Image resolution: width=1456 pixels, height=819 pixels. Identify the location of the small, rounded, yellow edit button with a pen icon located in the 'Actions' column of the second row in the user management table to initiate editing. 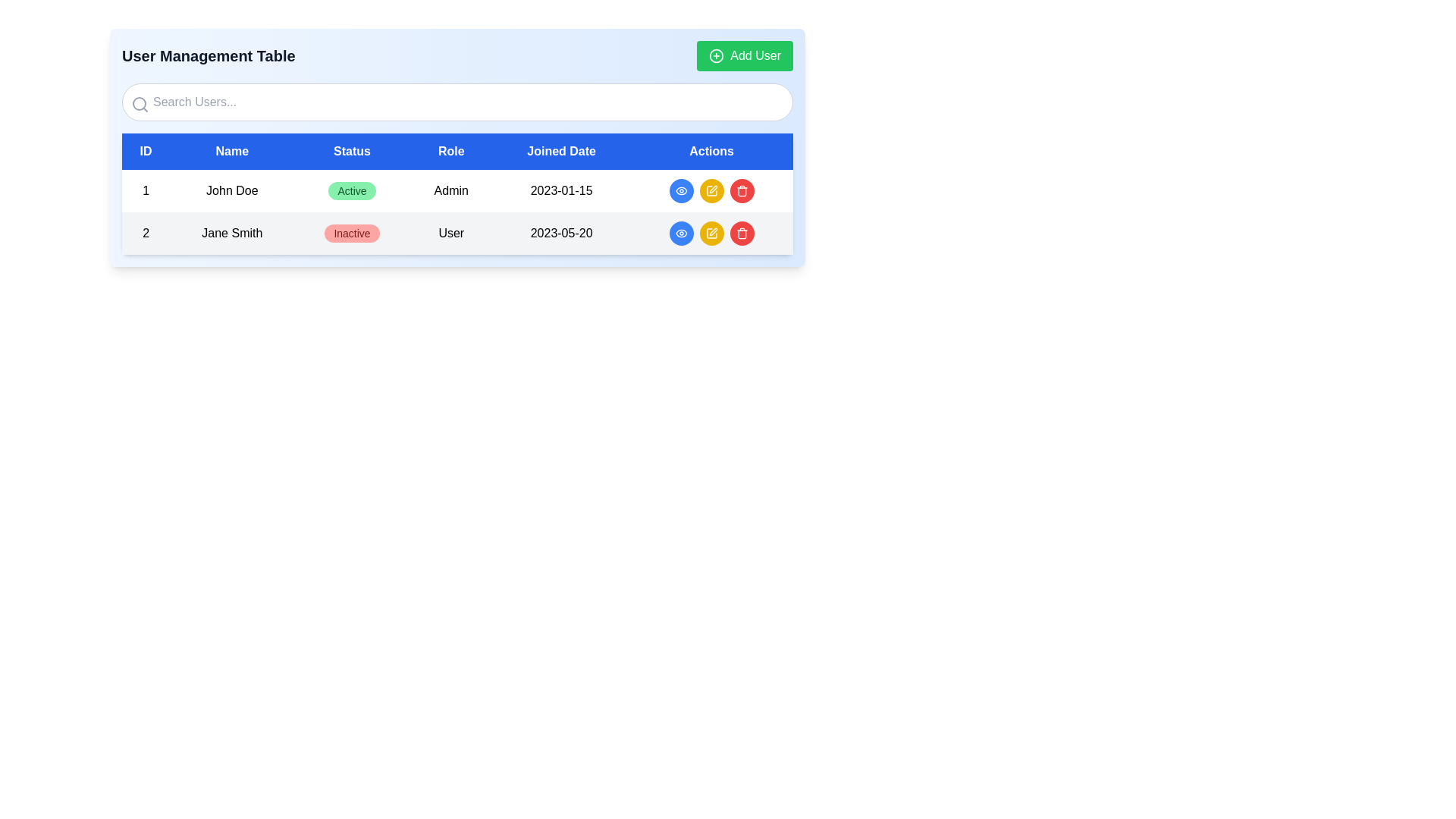
(710, 234).